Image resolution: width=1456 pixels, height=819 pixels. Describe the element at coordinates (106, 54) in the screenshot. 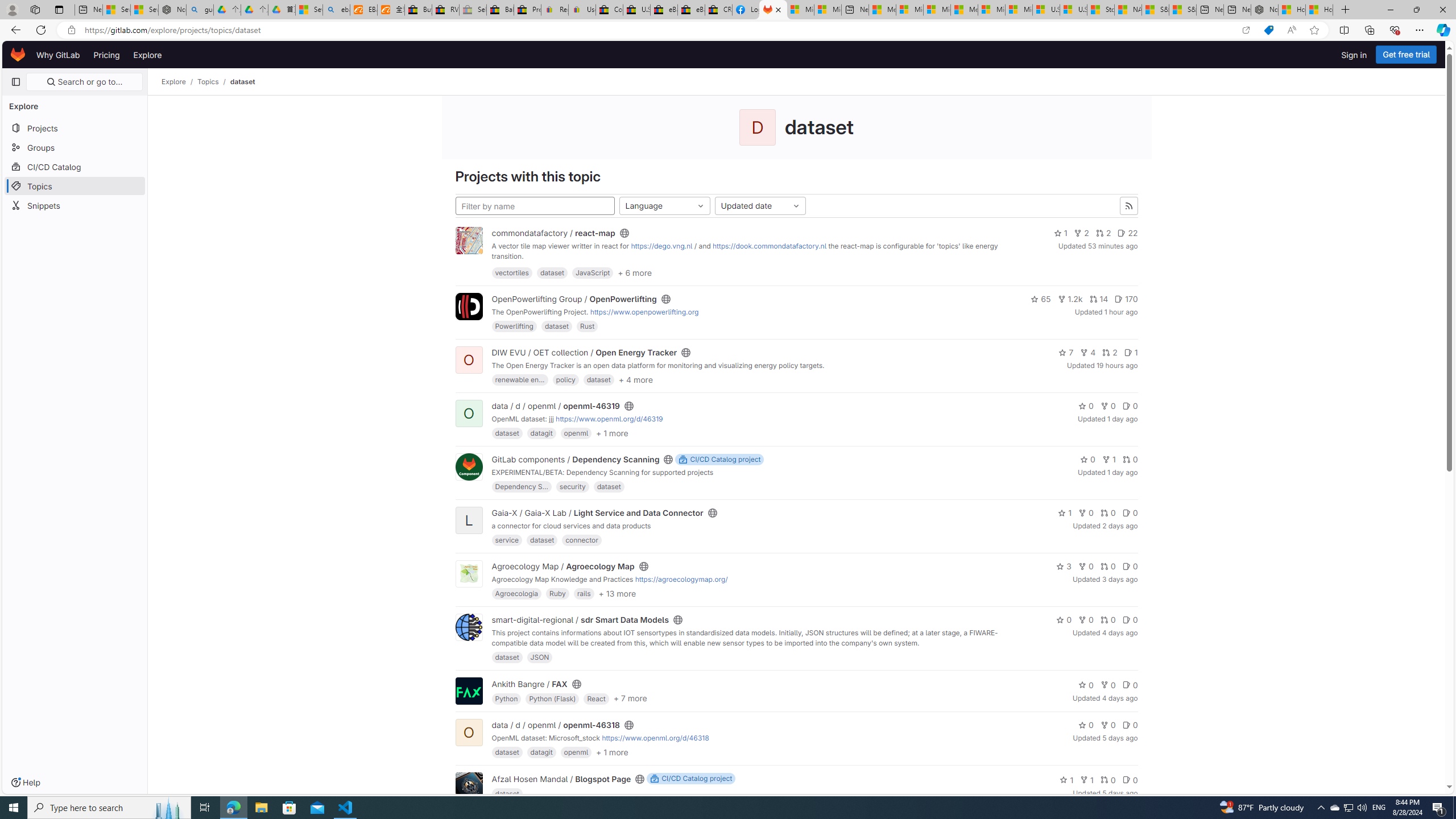

I see `'Pricing'` at that location.